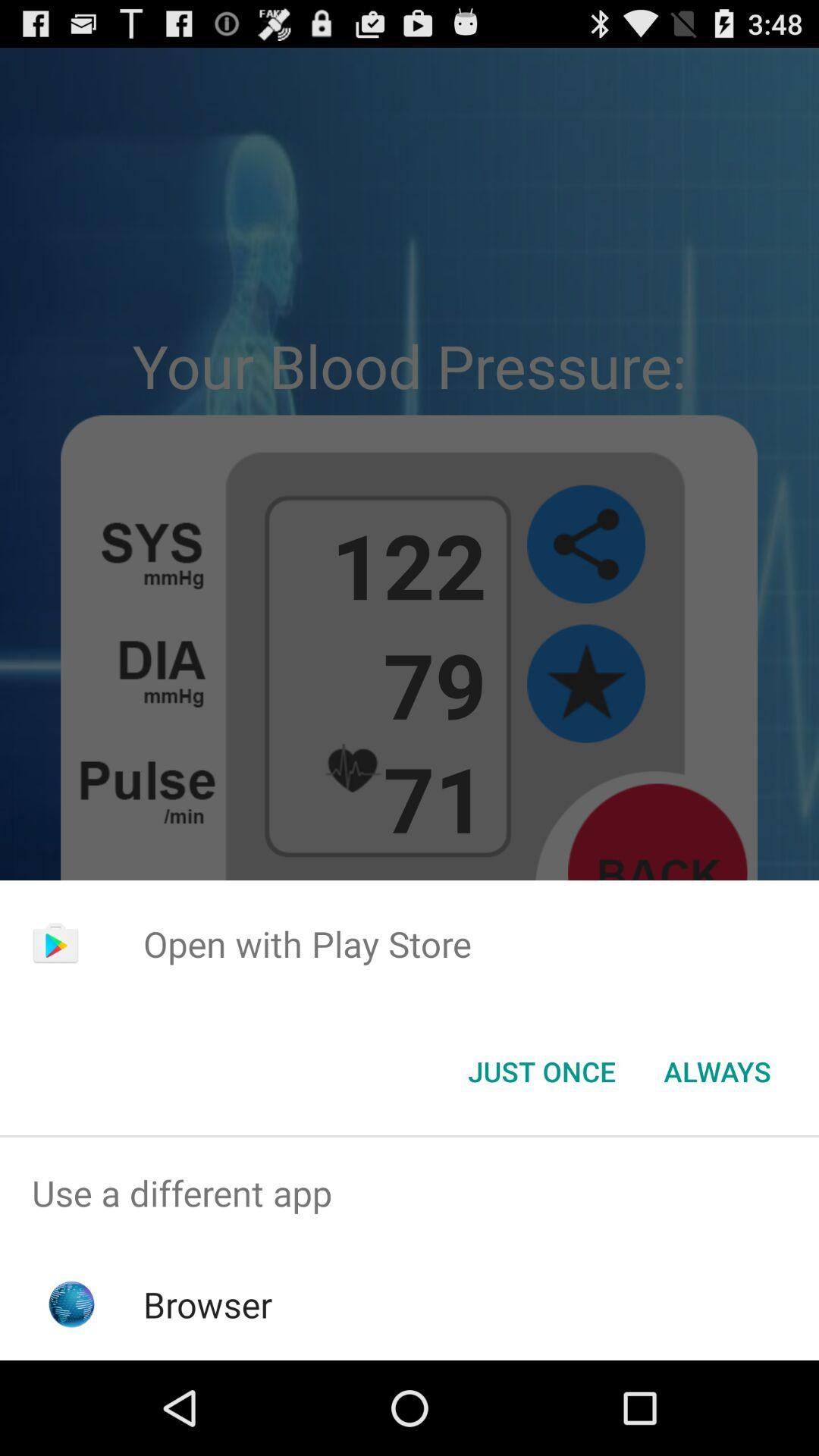 The height and width of the screenshot is (1456, 819). What do you see at coordinates (208, 1304) in the screenshot?
I see `the icon below the use a different icon` at bounding box center [208, 1304].